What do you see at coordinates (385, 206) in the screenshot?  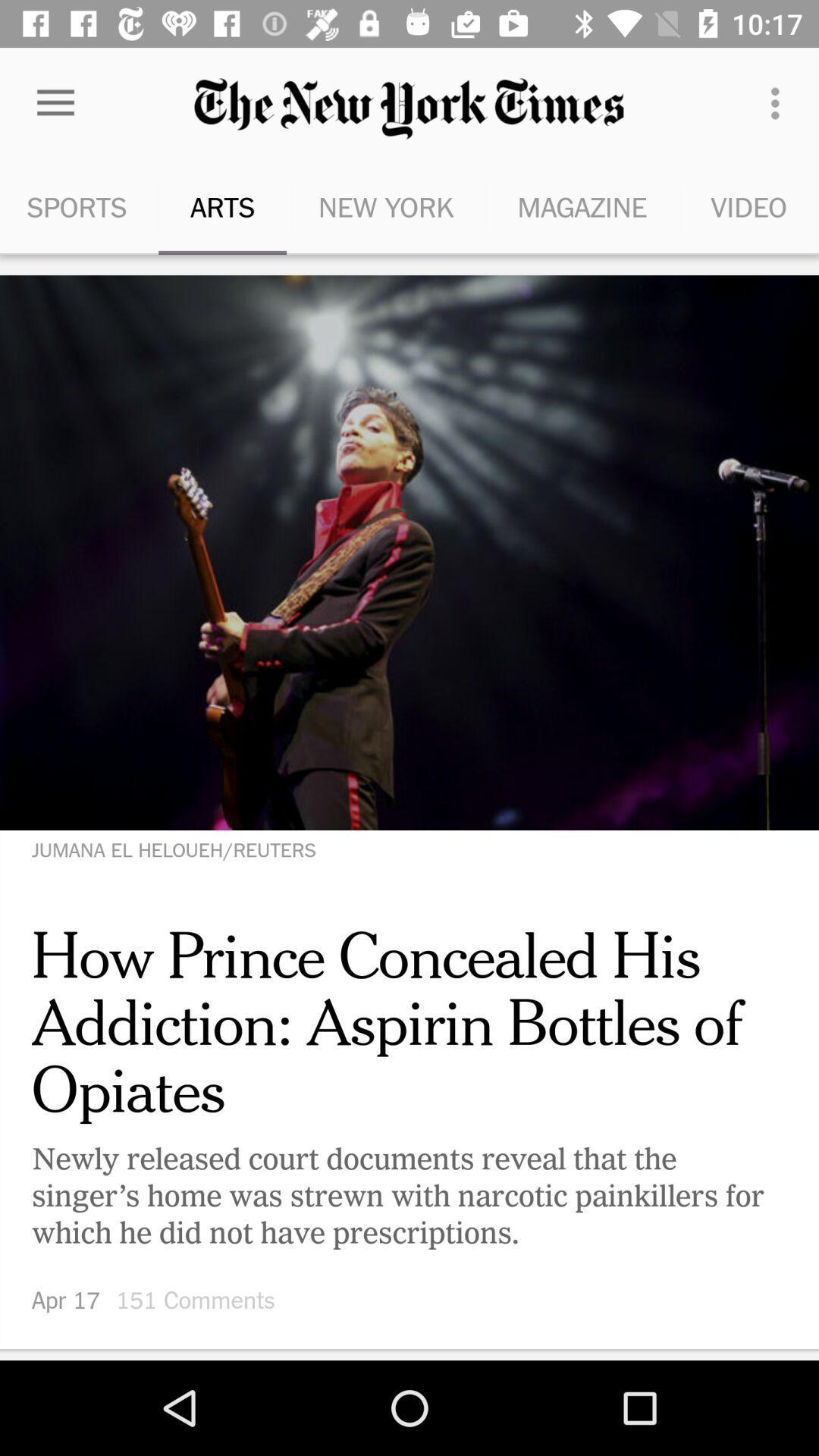 I see `new york item` at bounding box center [385, 206].